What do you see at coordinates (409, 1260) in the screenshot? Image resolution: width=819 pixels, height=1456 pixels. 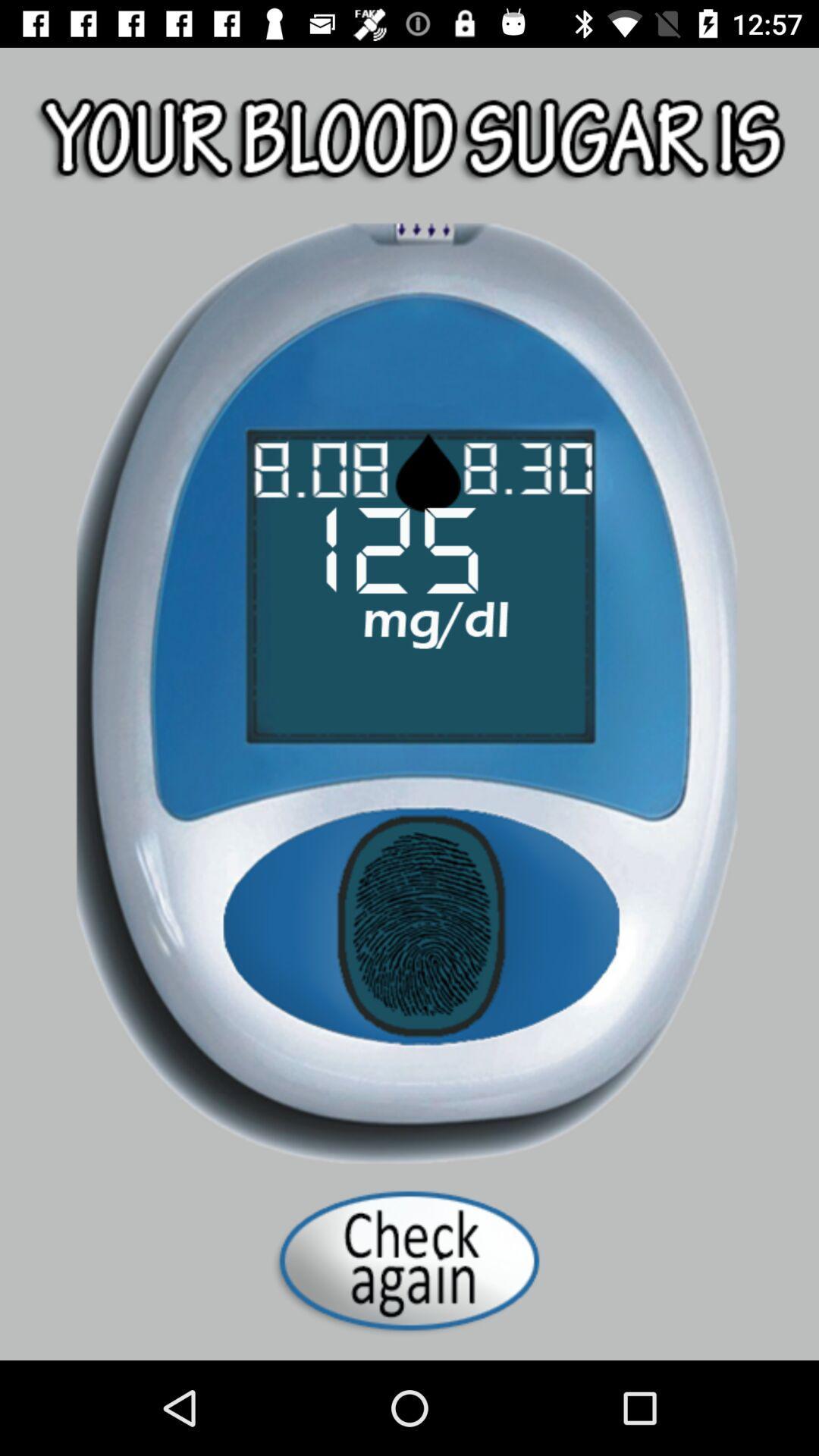 I see `check button` at bounding box center [409, 1260].